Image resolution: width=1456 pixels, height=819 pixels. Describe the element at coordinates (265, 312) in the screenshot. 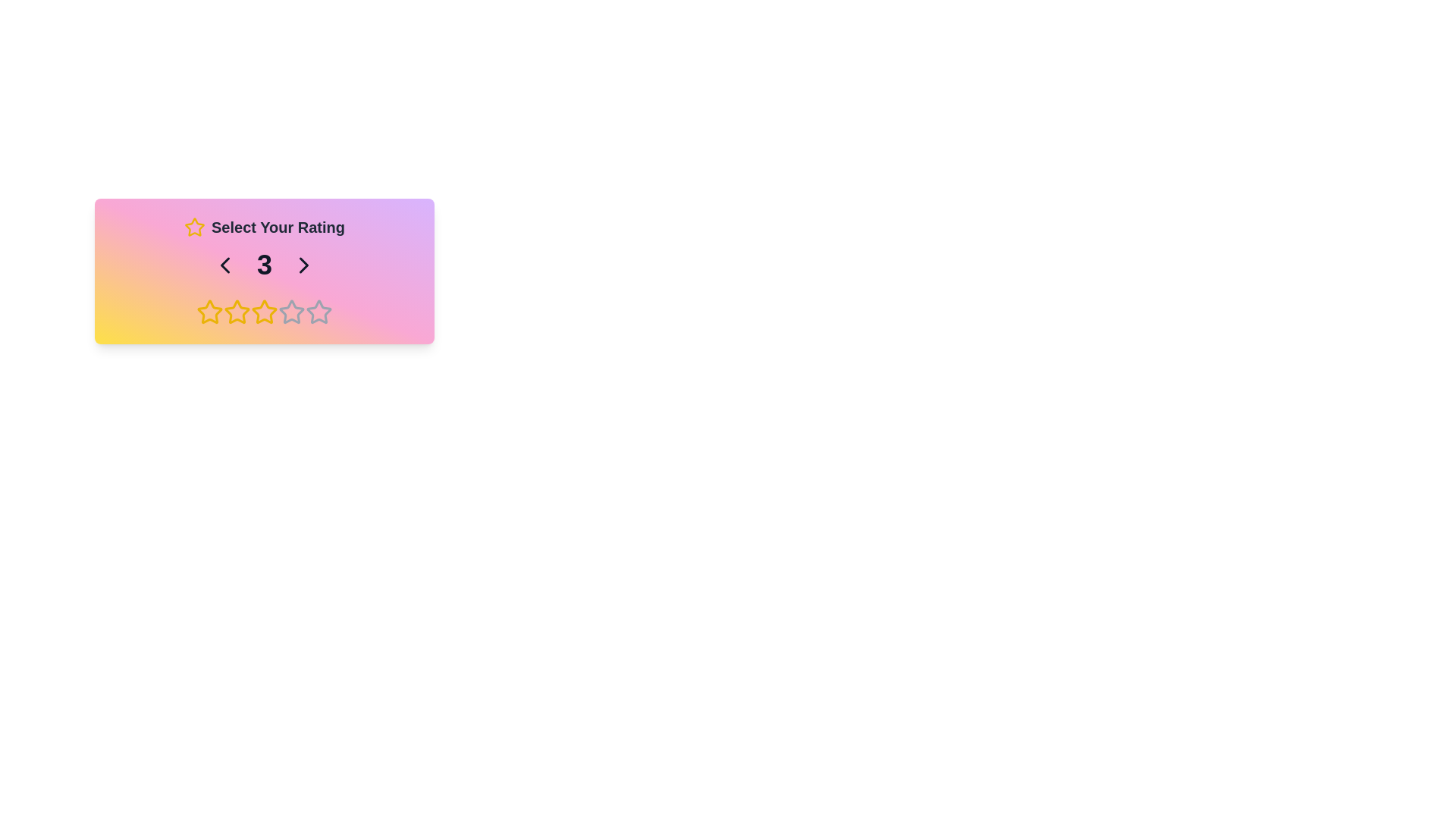

I see `the row of five star icons in the rating system, where the third star is highlighted in yellow, located beneath the numeric rating display '3'` at that location.